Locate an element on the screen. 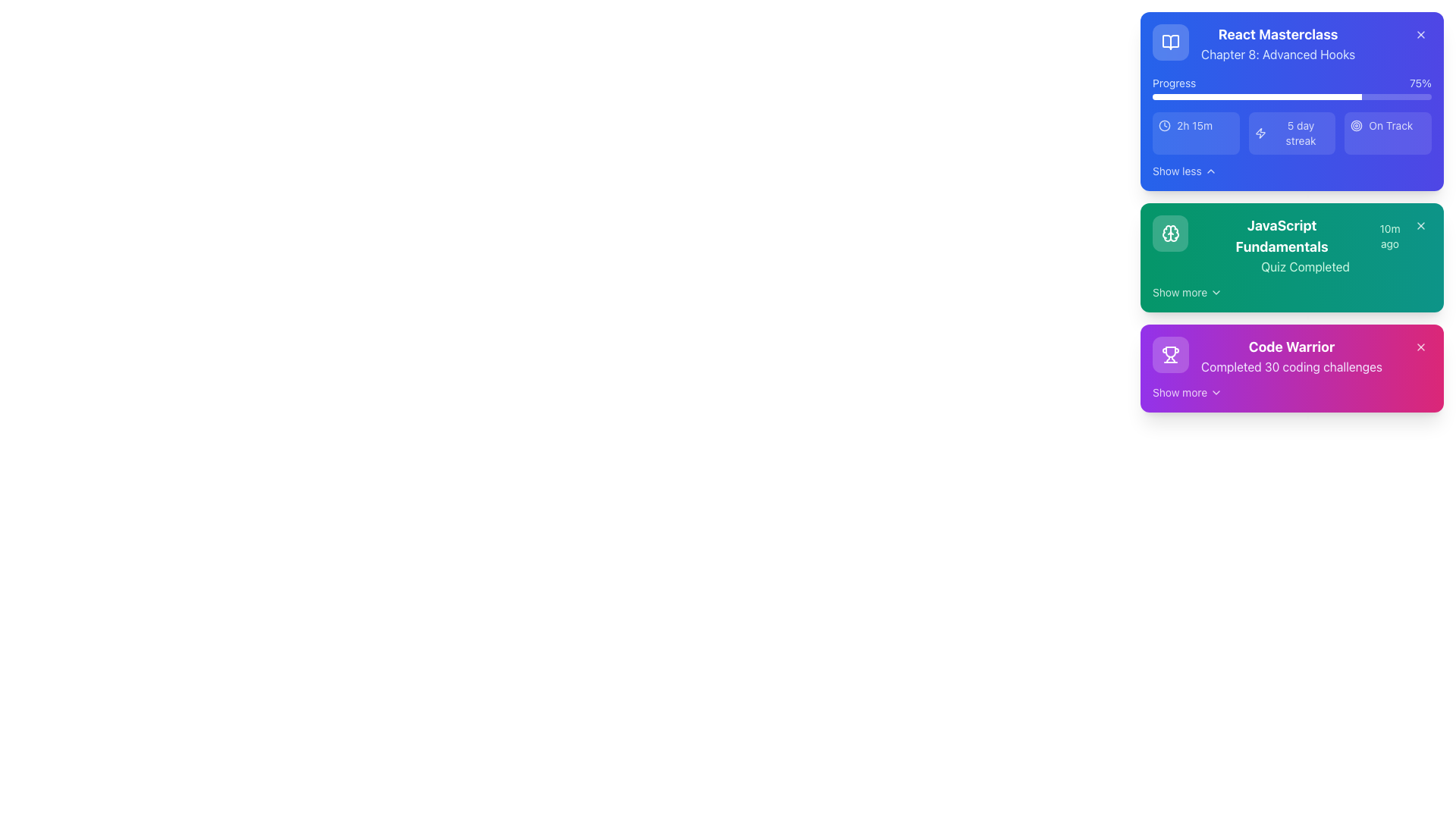 This screenshot has width=1456, height=819. the close button styled as an 'X' icon located in the top-right corner of the 'React Masterclass: Chapter 8: Advanced Hooks' card is located at coordinates (1420, 34).